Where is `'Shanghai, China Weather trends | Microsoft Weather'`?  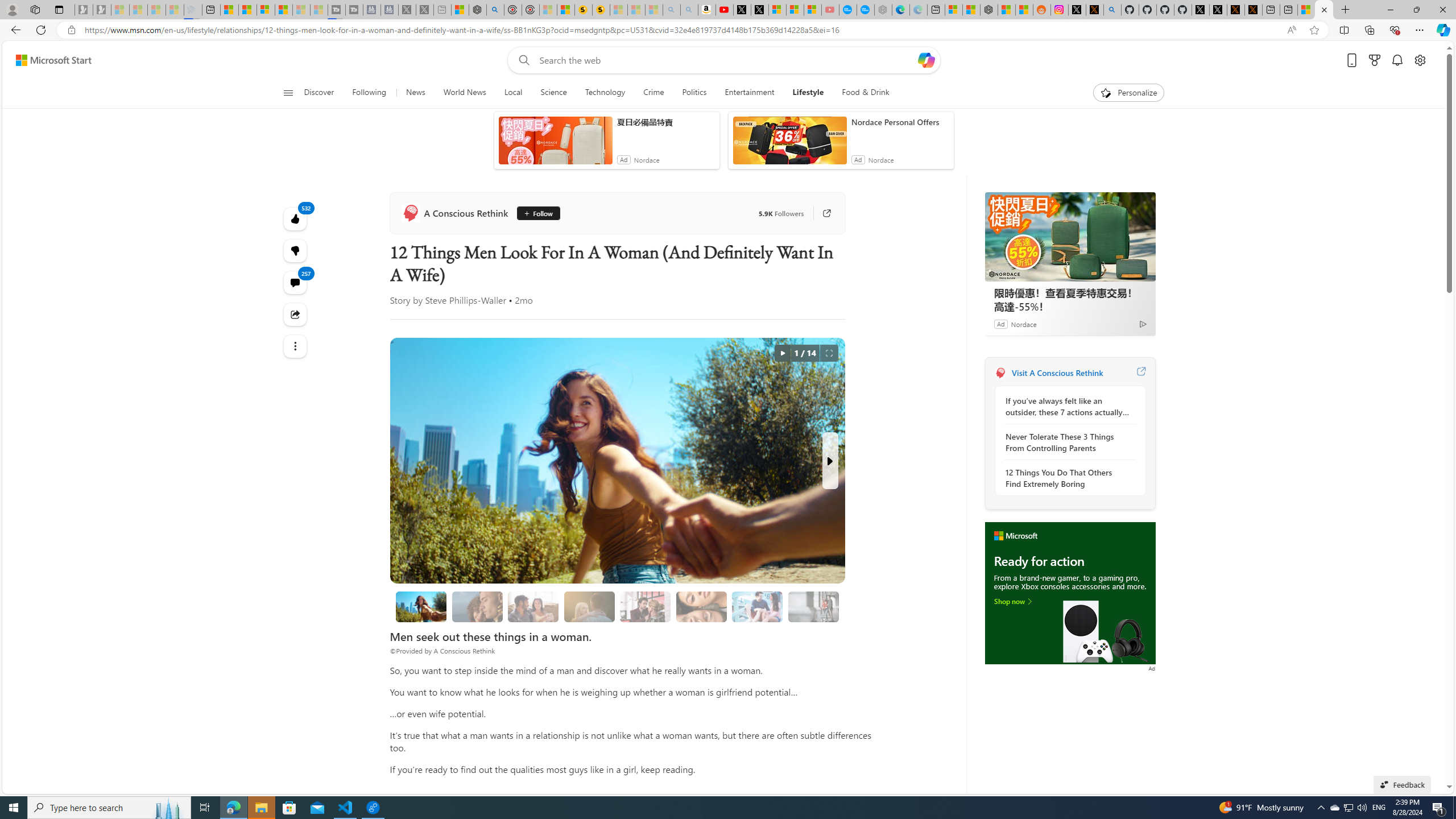
'Shanghai, China Weather trends | Microsoft Weather' is located at coordinates (1023, 9).